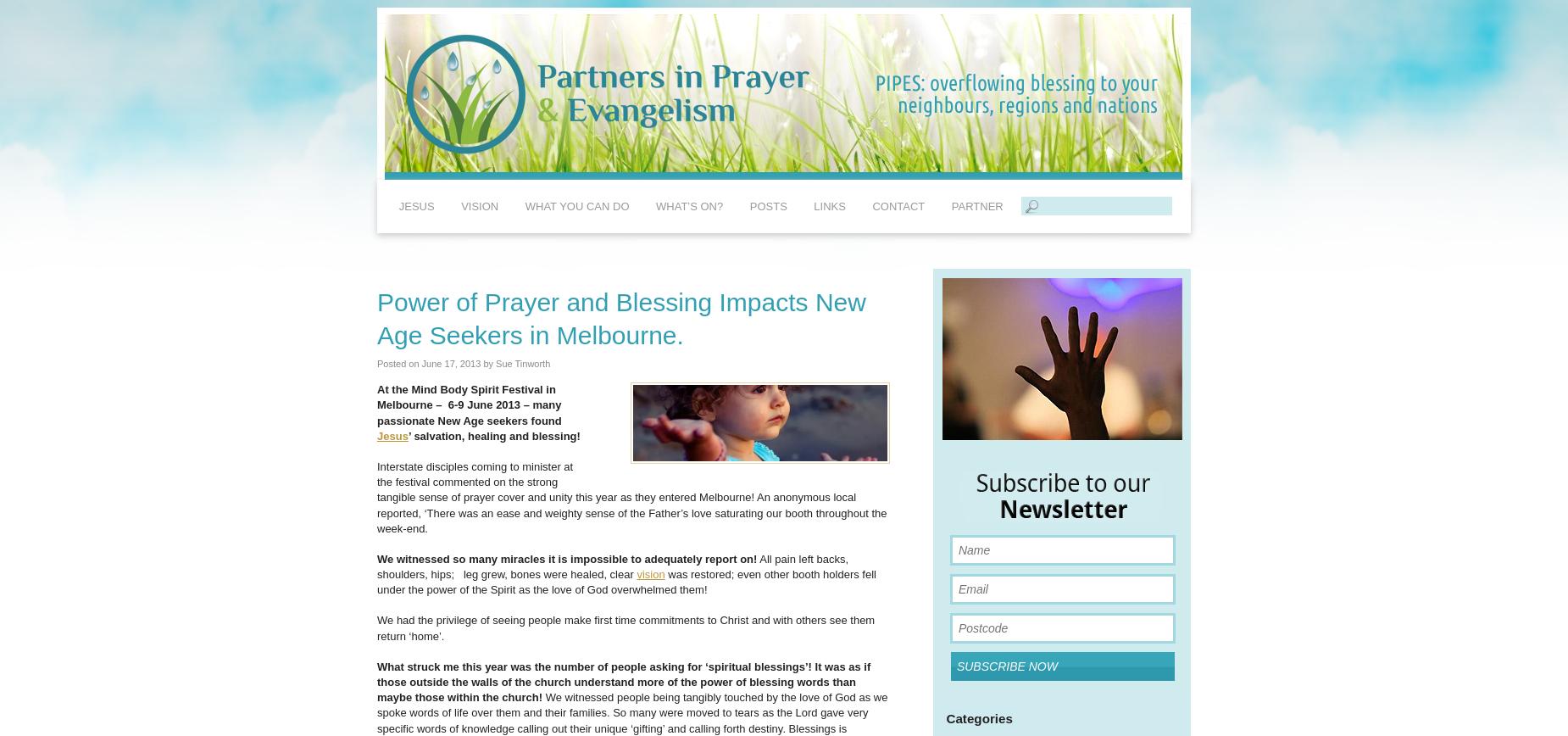 The image size is (1568, 736). What do you see at coordinates (977, 718) in the screenshot?
I see `'Categories'` at bounding box center [977, 718].